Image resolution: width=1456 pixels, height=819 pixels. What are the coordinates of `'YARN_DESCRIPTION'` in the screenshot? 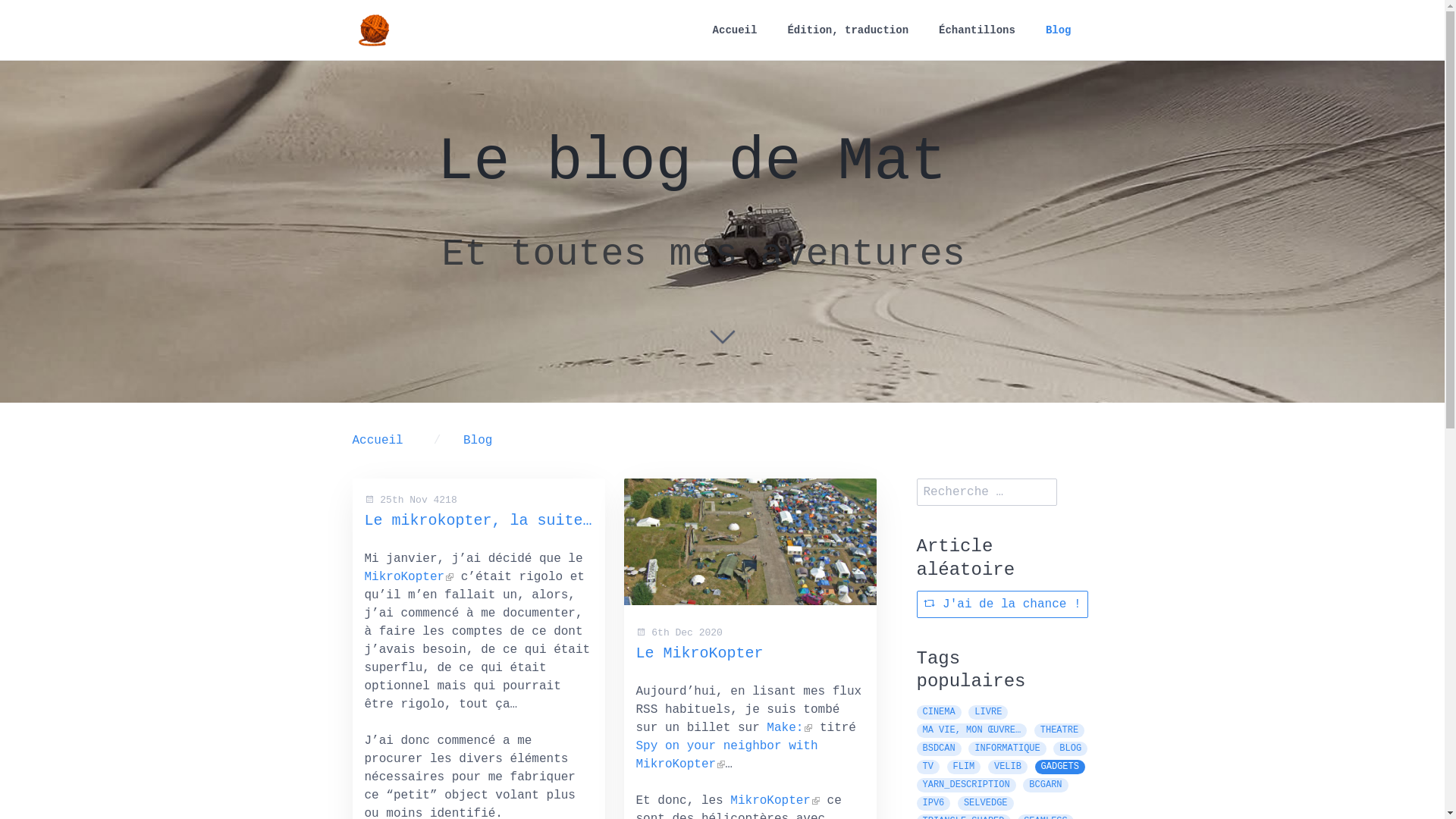 It's located at (915, 785).